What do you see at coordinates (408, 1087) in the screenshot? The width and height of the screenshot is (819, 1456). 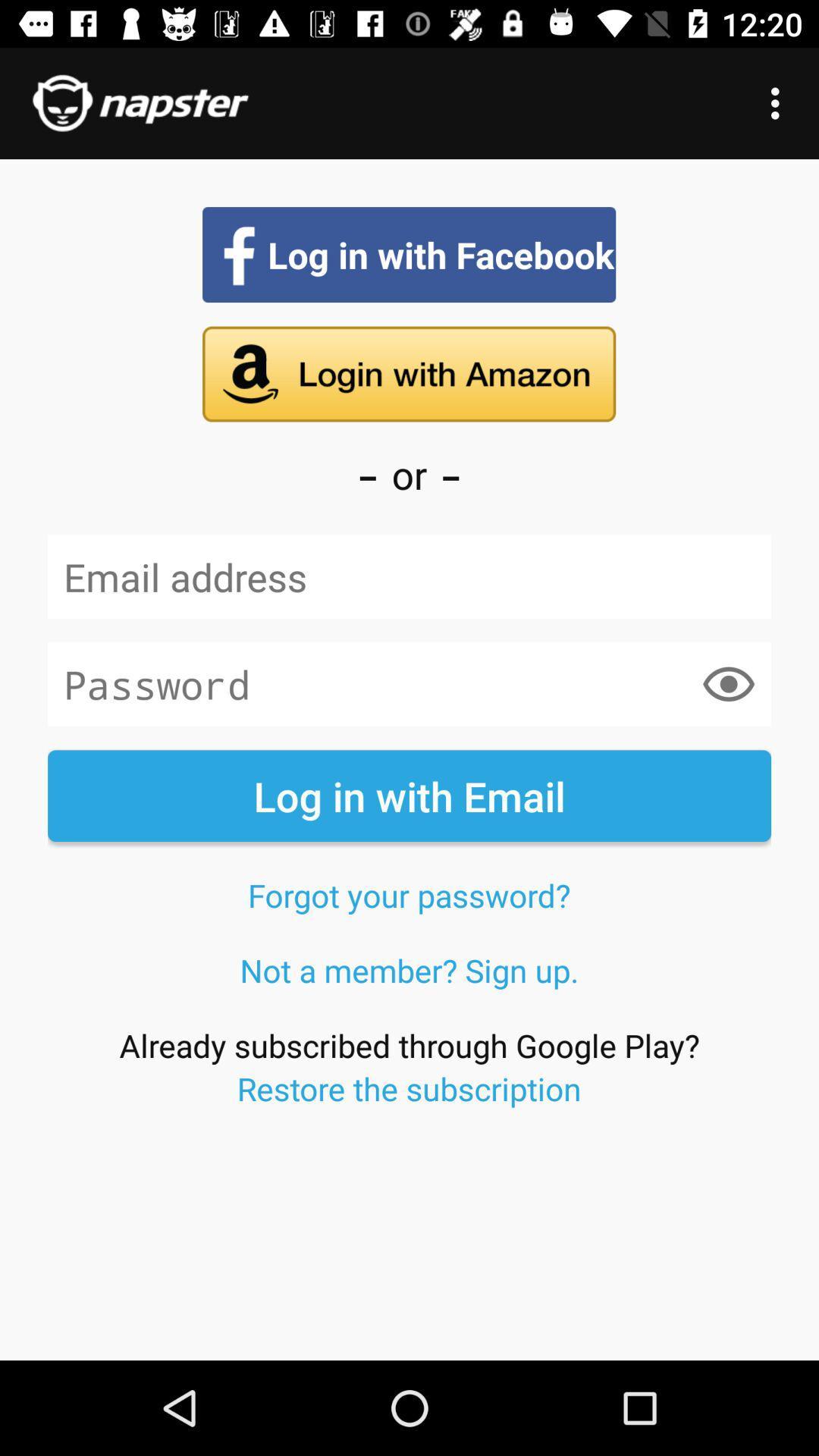 I see `restore the subscription` at bounding box center [408, 1087].